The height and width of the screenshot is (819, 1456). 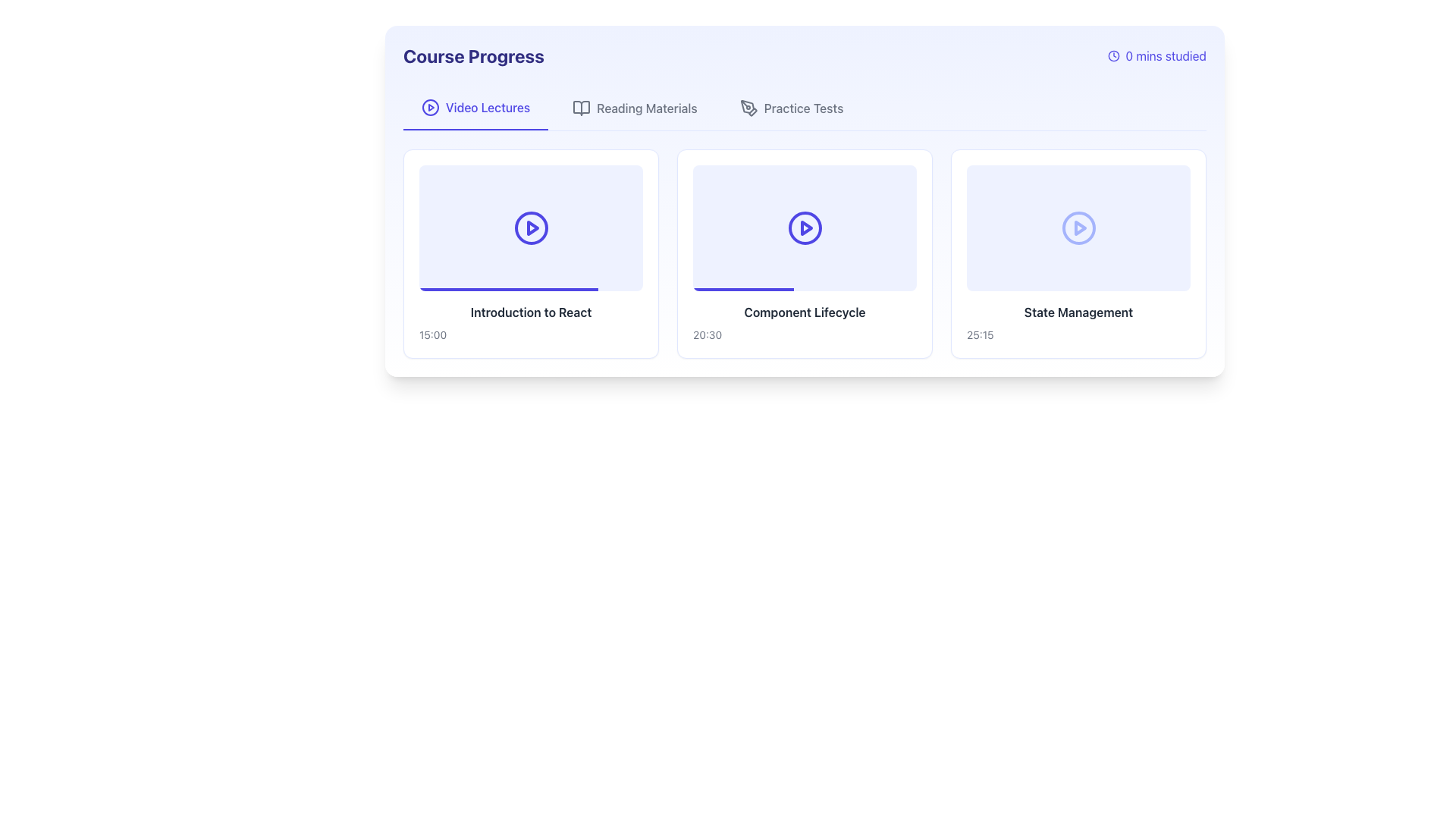 What do you see at coordinates (804, 108) in the screenshot?
I see `the 'Video Lectures' tab in the navigation bar` at bounding box center [804, 108].